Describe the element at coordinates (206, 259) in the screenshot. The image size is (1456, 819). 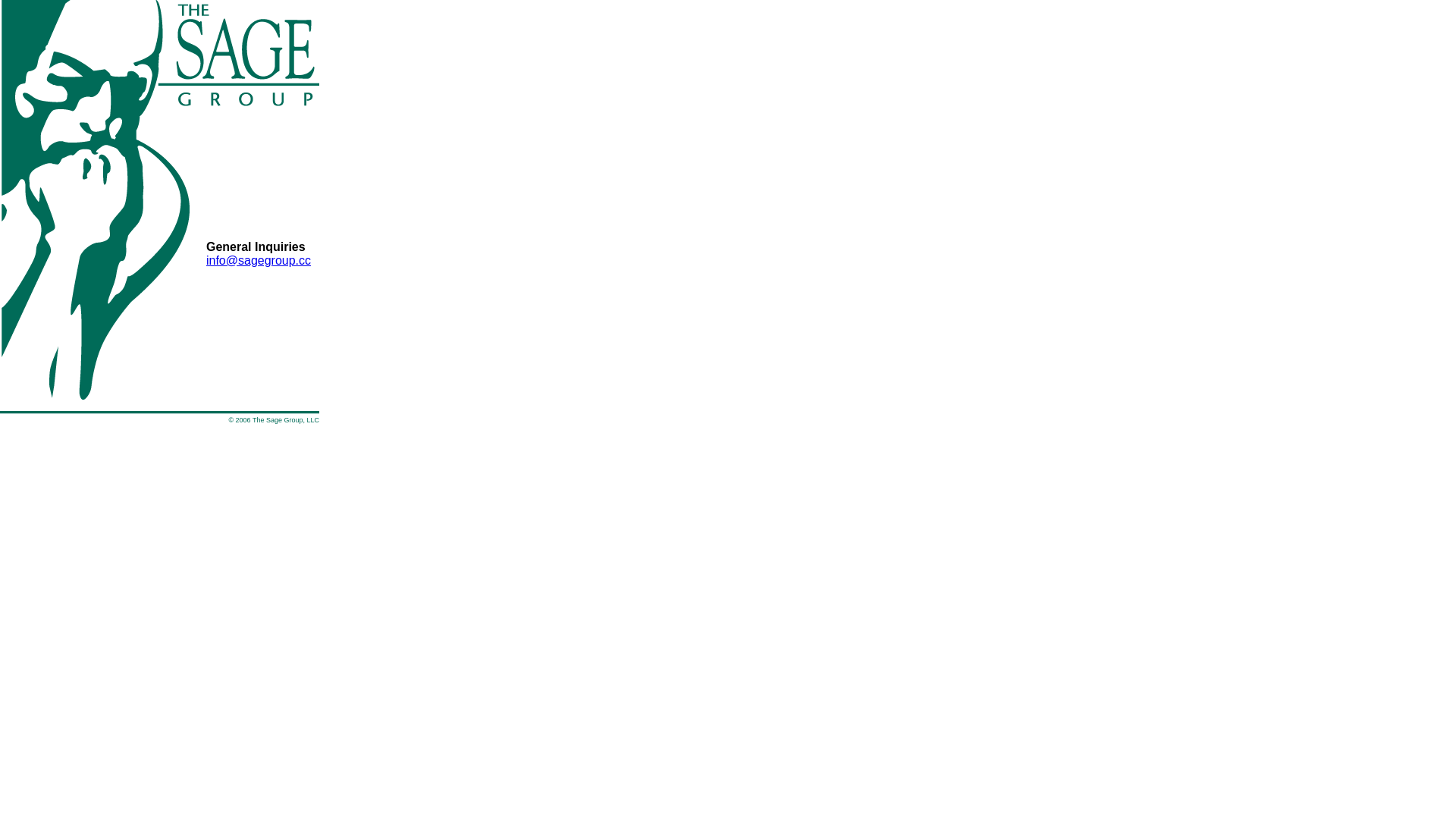
I see `'info@sagegroup.cc'` at that location.